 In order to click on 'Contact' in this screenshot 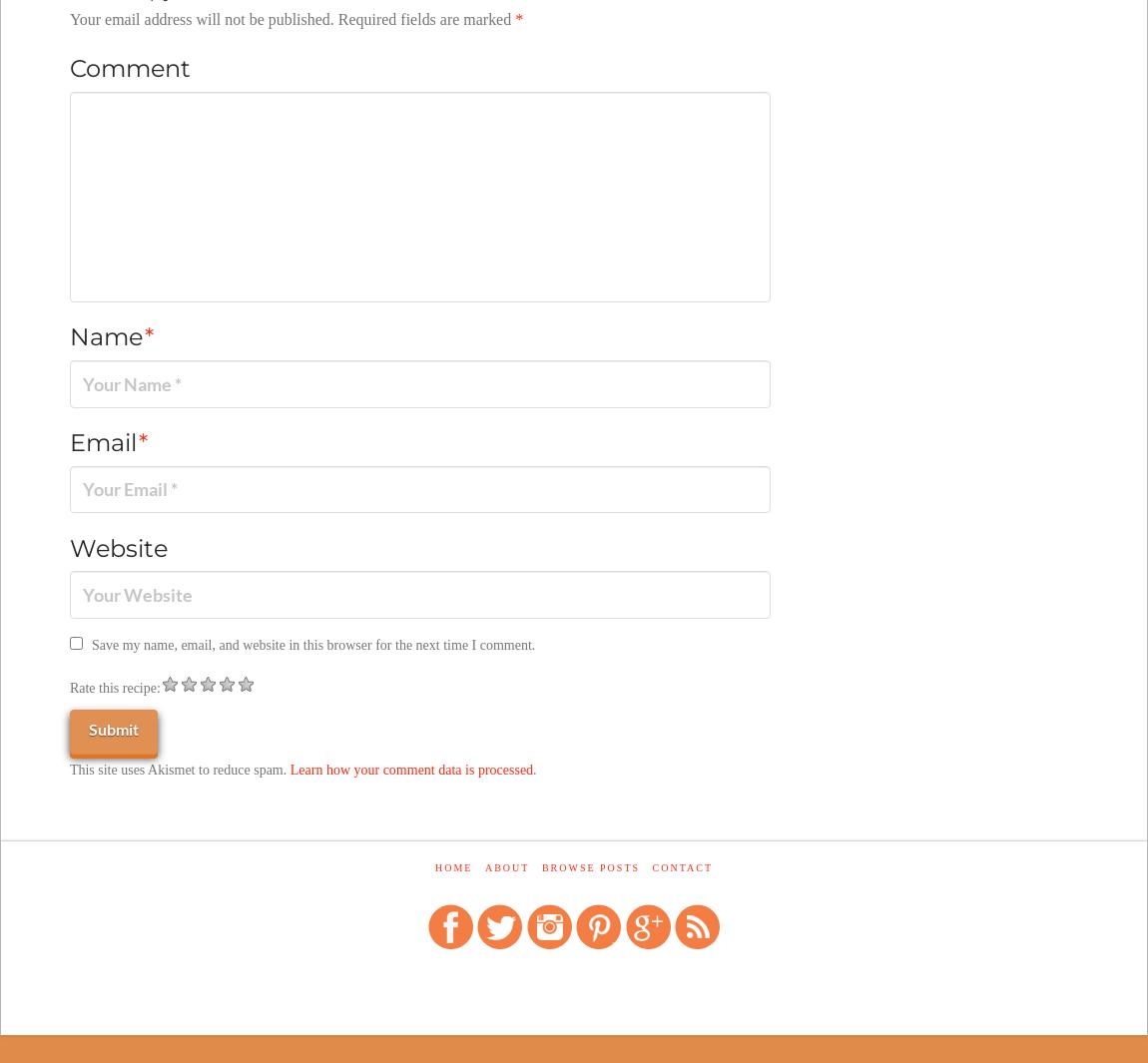, I will do `click(650, 867)`.